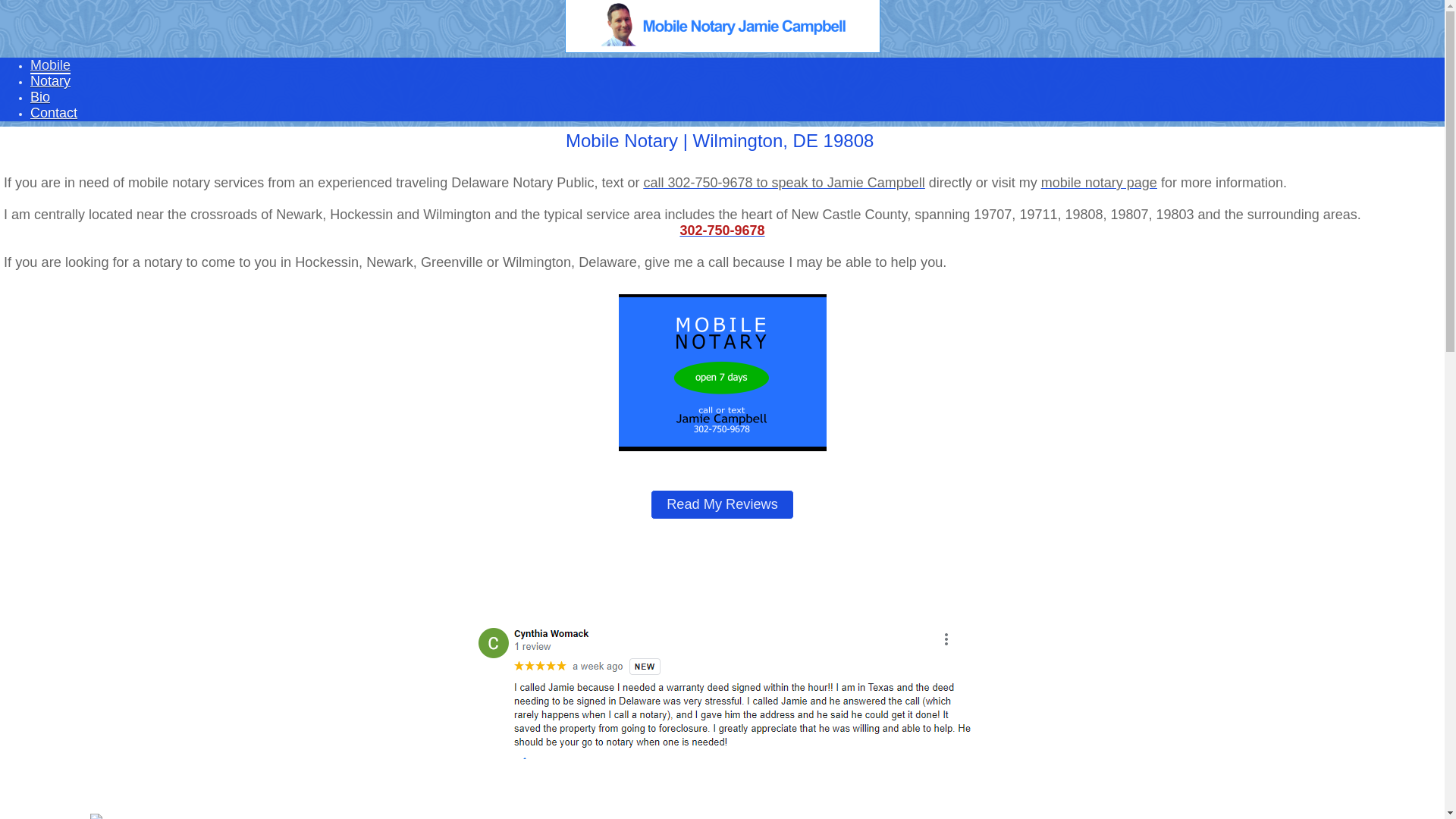 This screenshot has width=1456, height=819. What do you see at coordinates (50, 65) in the screenshot?
I see `'Mobile'` at bounding box center [50, 65].